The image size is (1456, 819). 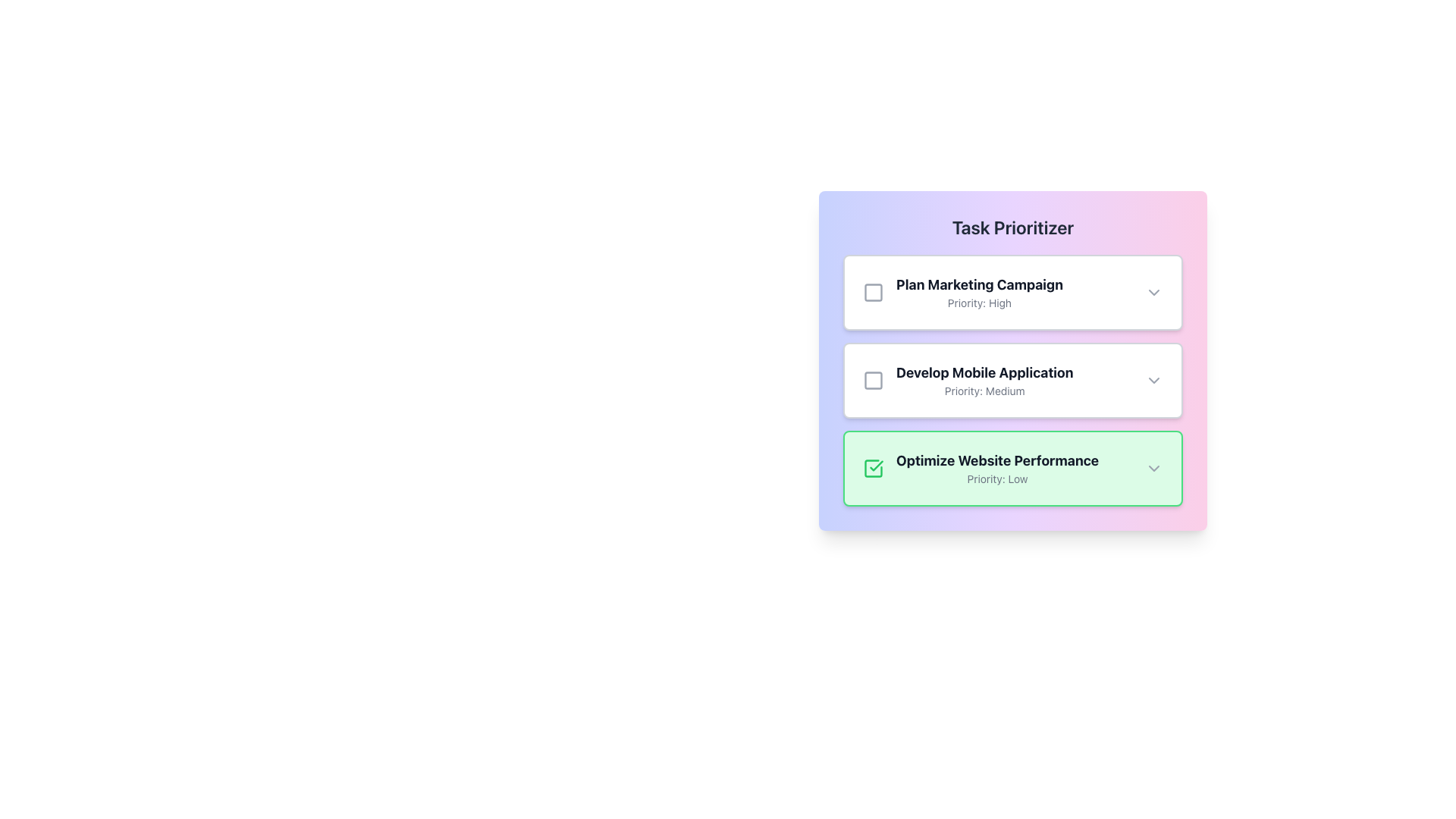 What do you see at coordinates (979, 292) in the screenshot?
I see `the text element that reads 'Plan Marketing Campaign' in bold within the uppermost task card to interact with the task` at bounding box center [979, 292].